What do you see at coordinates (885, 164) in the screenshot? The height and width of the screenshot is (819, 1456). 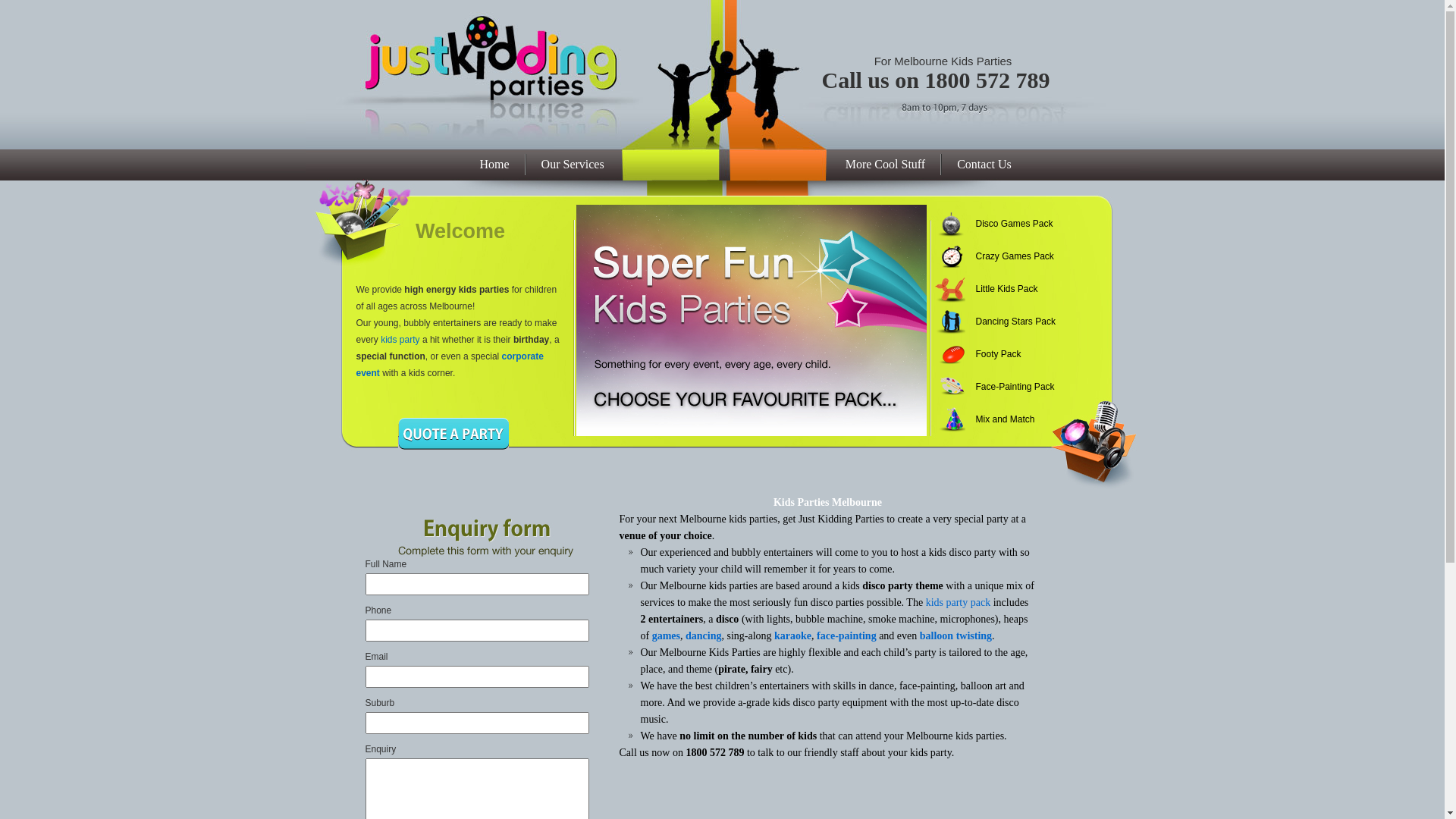 I see `'More Cool Stuff'` at bounding box center [885, 164].